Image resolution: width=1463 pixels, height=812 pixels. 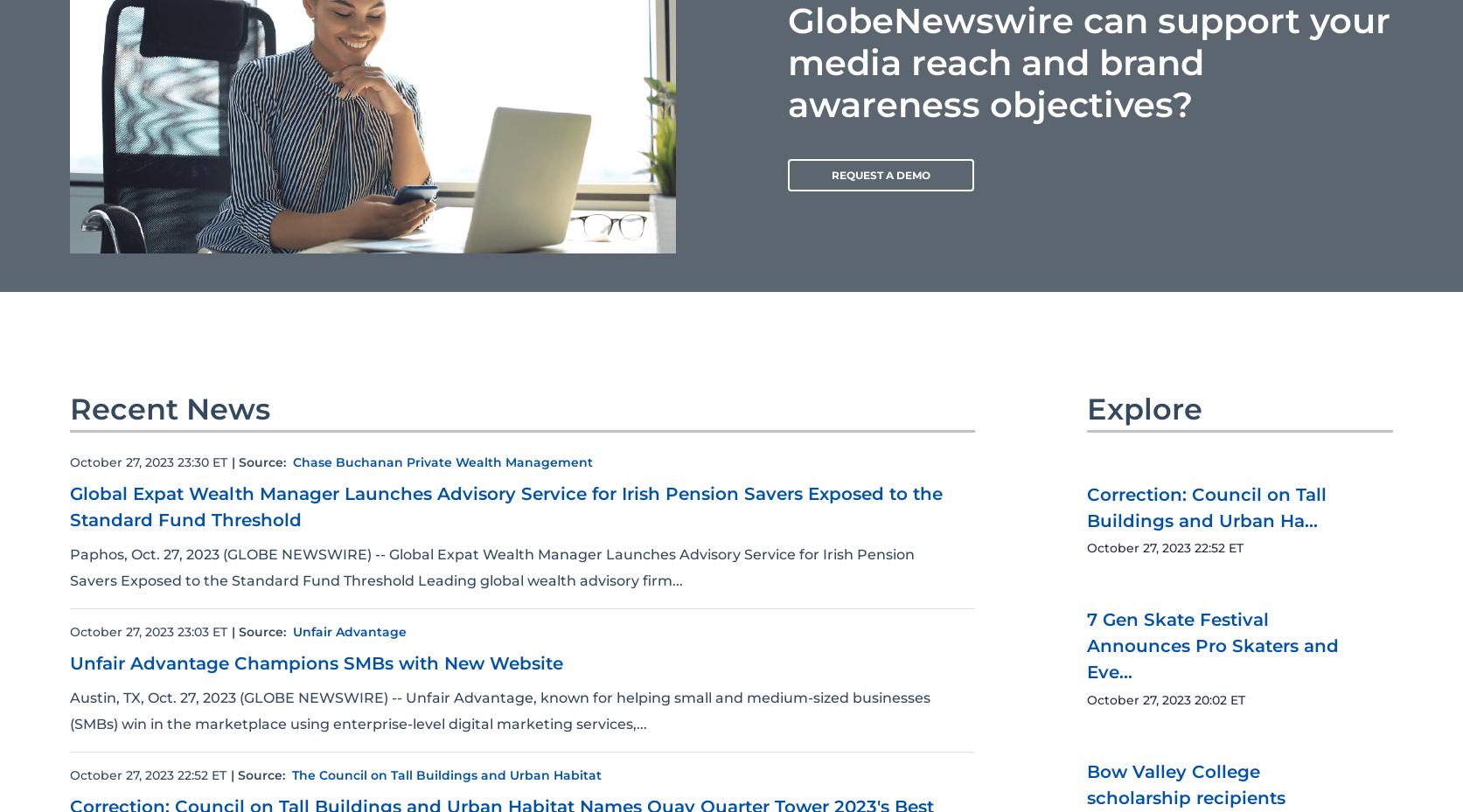 What do you see at coordinates (147, 631) in the screenshot?
I see `'October 27, 2023 23:03 ET'` at bounding box center [147, 631].